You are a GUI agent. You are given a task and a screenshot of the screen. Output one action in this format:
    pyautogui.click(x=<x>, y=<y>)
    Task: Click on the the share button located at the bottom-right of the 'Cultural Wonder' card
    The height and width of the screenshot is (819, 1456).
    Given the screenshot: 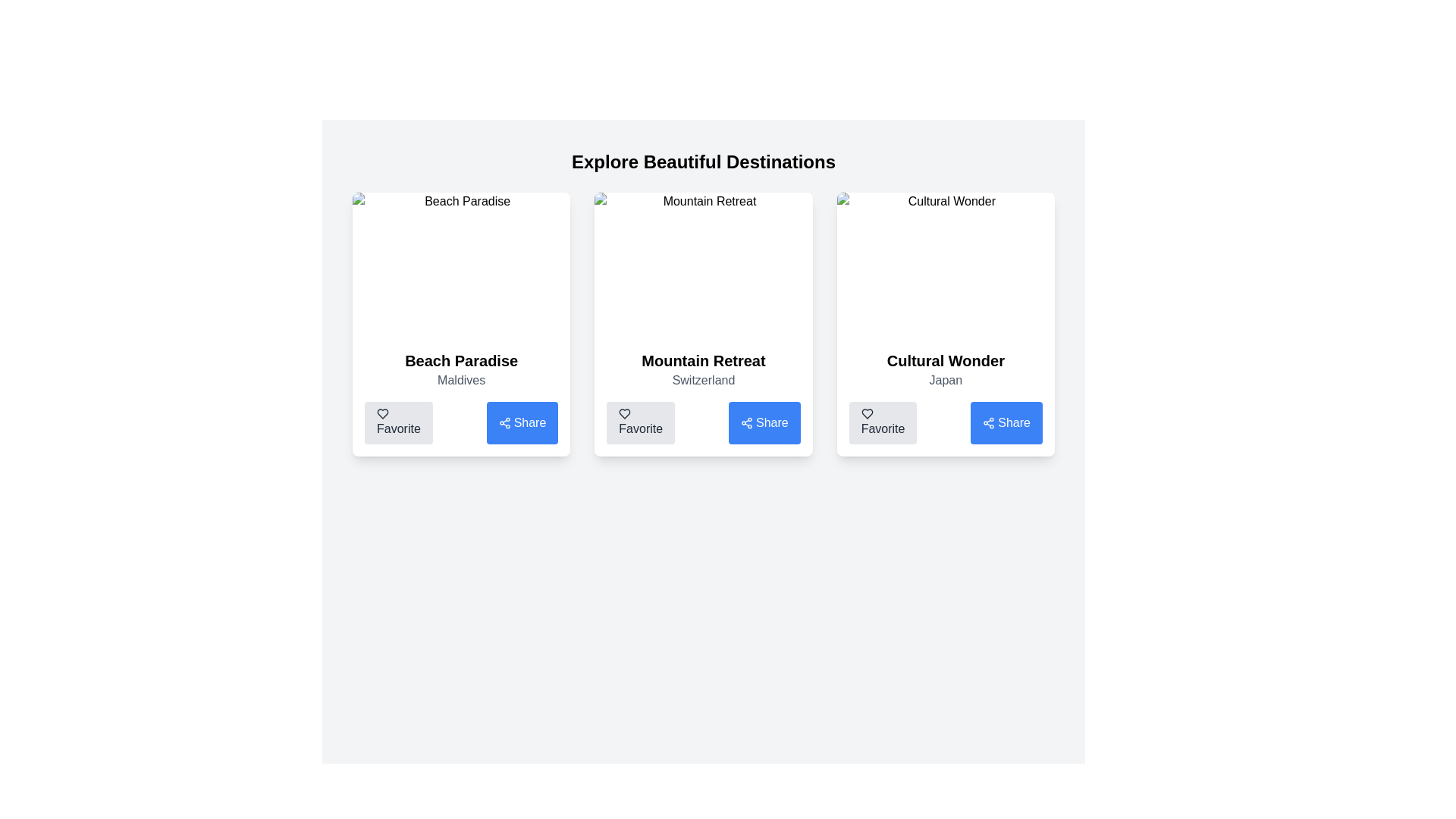 What is the action you would take?
    pyautogui.click(x=1006, y=423)
    